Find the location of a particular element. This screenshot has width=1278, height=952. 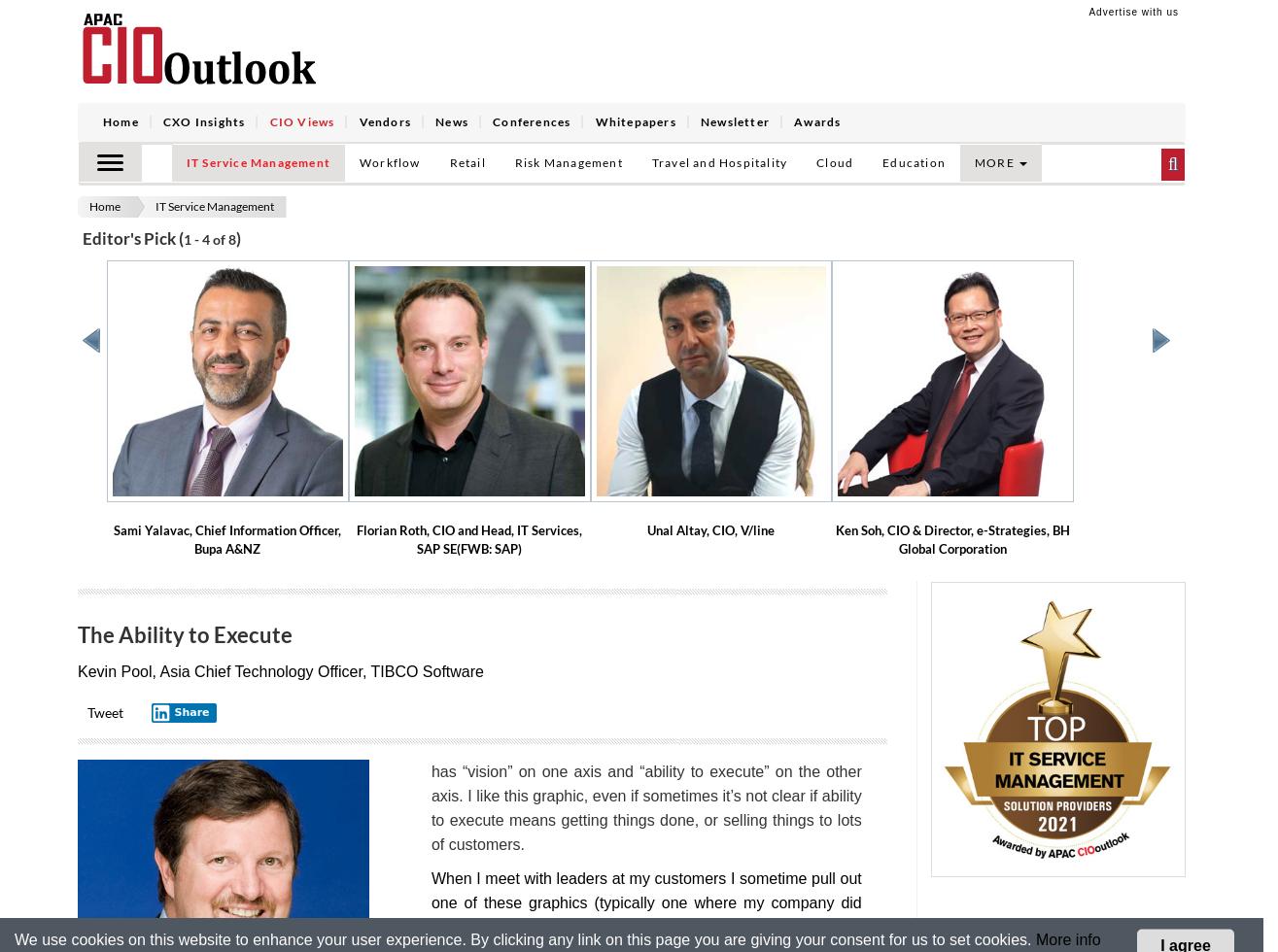

'We use cookies on this website to enhance
              your user experience. By clicking any link on this page you are giving your consent for us to set cookies.' is located at coordinates (524, 939).